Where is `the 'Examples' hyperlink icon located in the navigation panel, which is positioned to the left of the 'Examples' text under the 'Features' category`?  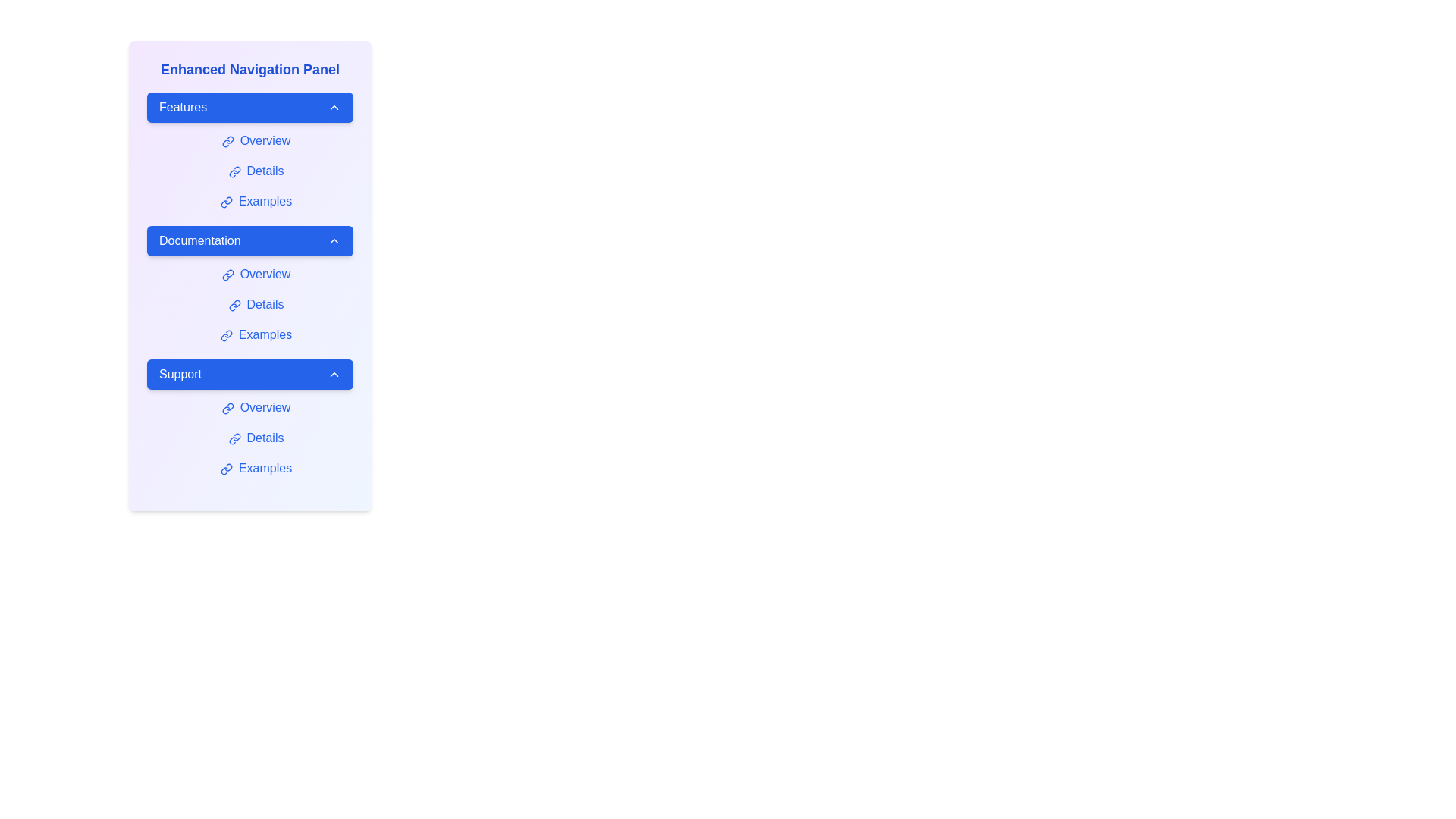 the 'Examples' hyperlink icon located in the navigation panel, which is positioned to the left of the 'Examples' text under the 'Features' category is located at coordinates (225, 201).